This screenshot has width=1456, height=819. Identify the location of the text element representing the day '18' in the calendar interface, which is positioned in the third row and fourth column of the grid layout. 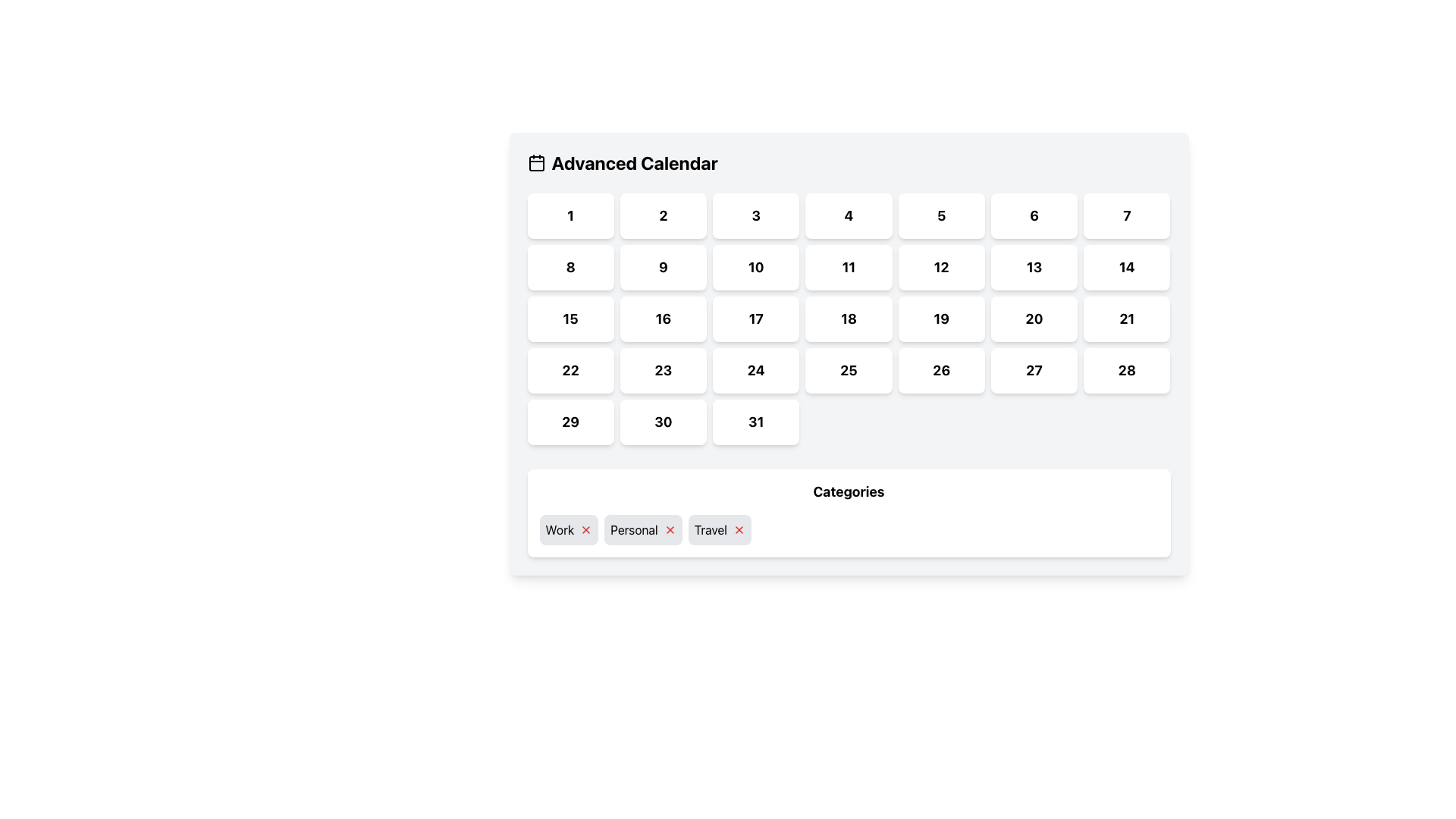
(848, 318).